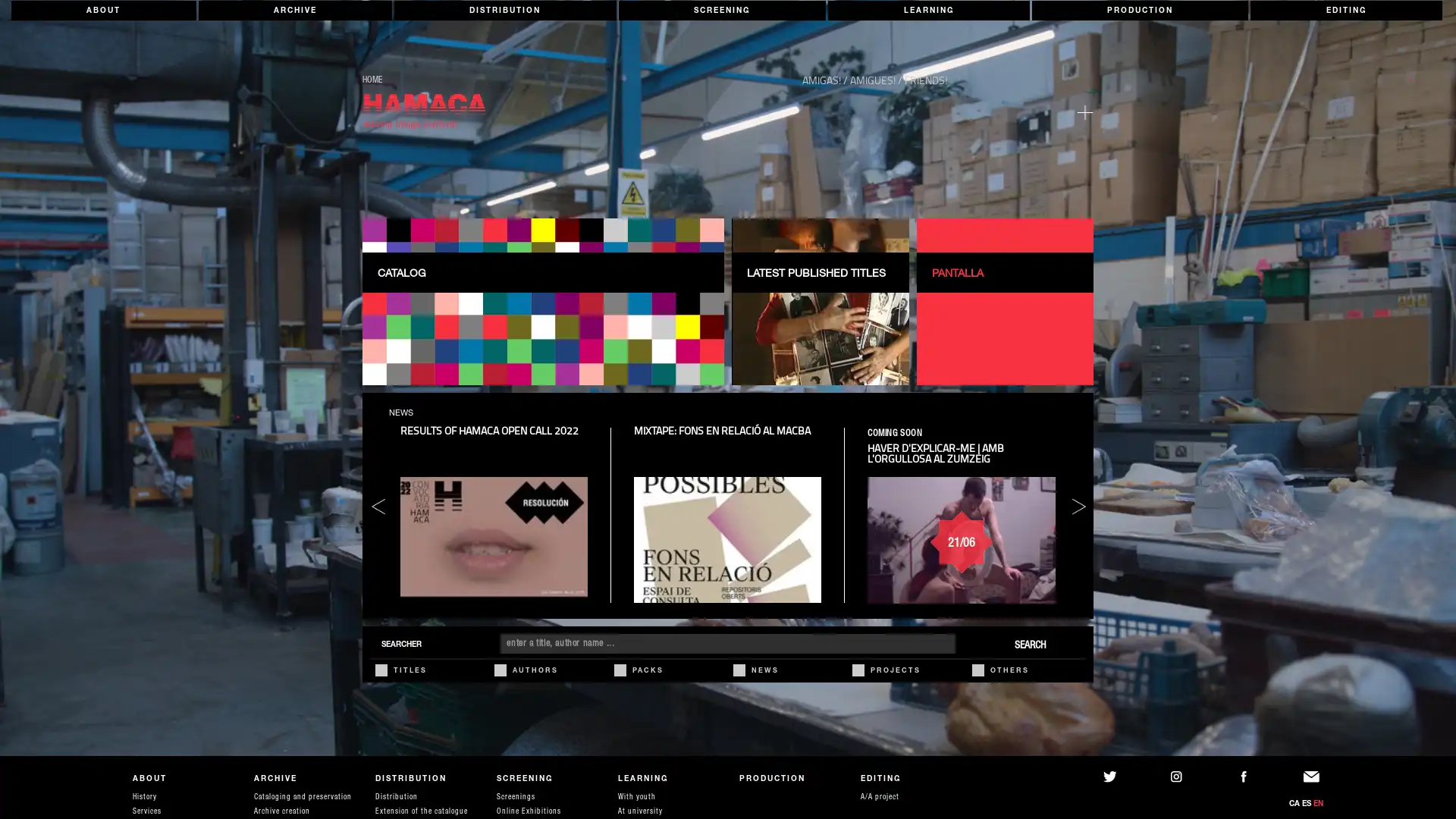  What do you see at coordinates (1316, 803) in the screenshot?
I see `EN` at bounding box center [1316, 803].